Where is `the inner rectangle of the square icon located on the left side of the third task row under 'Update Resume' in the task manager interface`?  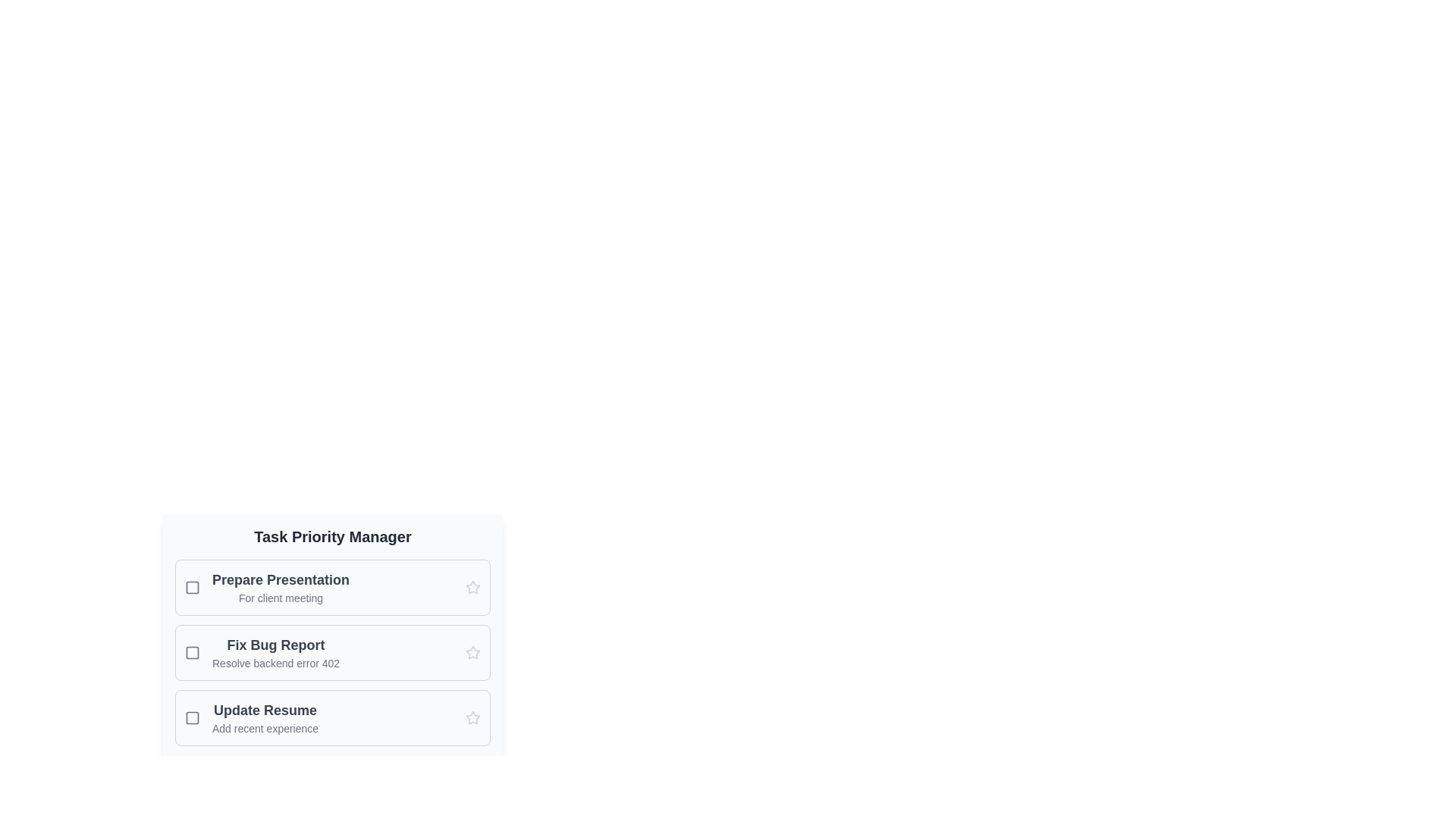 the inner rectangle of the square icon located on the left side of the third task row under 'Update Resume' in the task manager interface is located at coordinates (192, 717).